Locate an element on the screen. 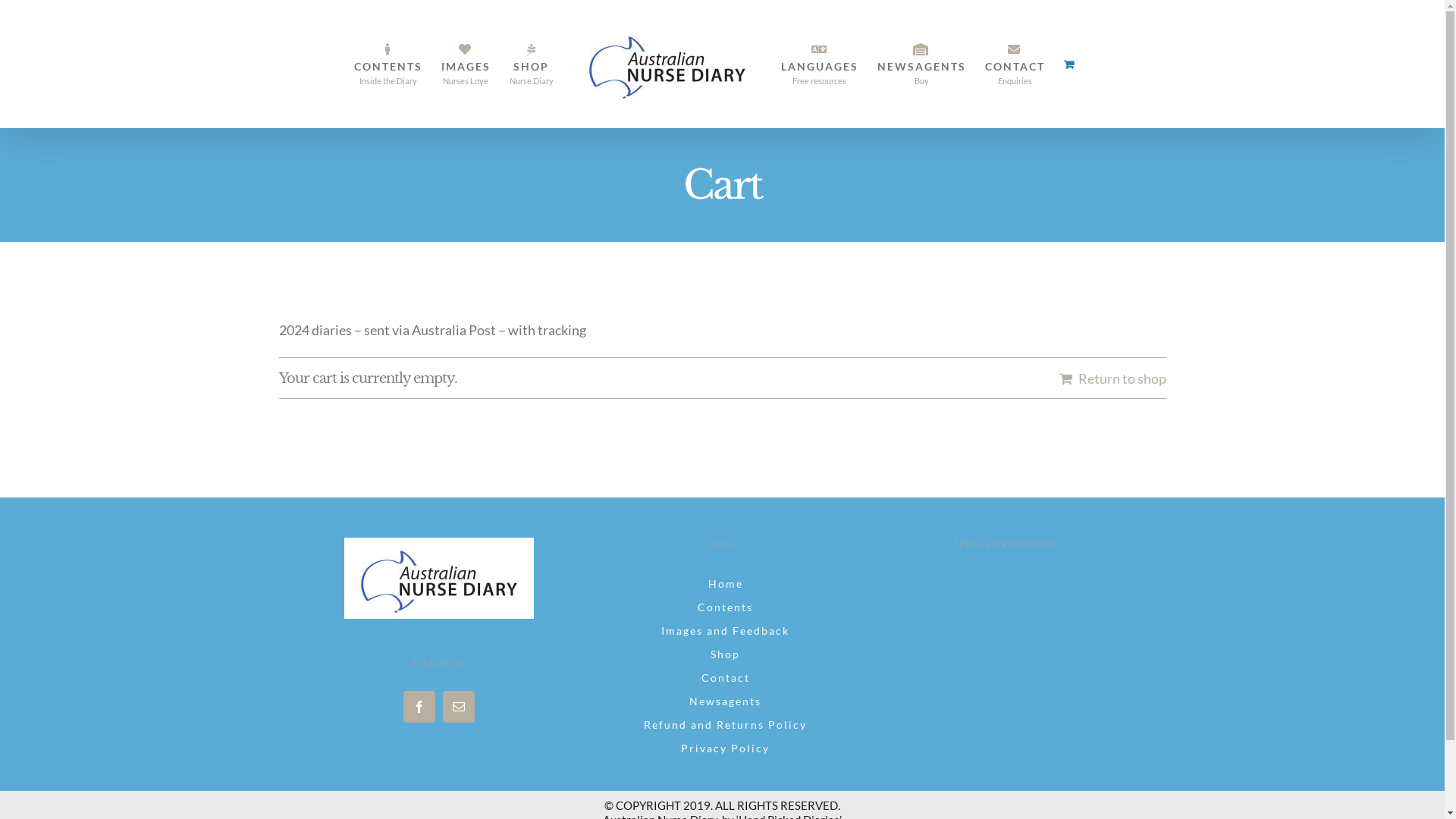 The width and height of the screenshot is (1456, 819). 'Images and Feedback' is located at coordinates (720, 630).